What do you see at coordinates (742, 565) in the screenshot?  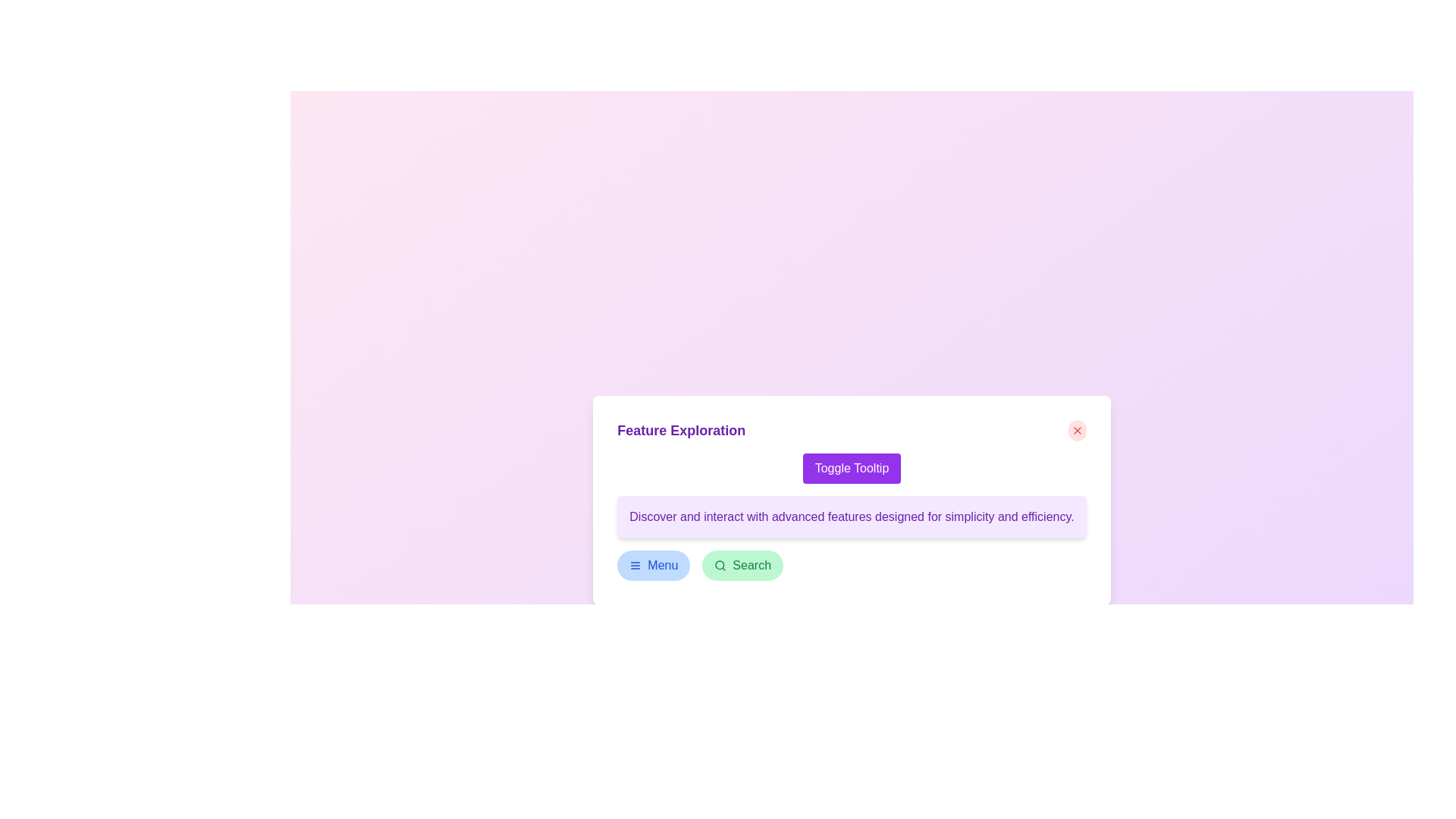 I see `the green rounded rectangle button labeled 'Search' with a magnifying glass icon` at bounding box center [742, 565].